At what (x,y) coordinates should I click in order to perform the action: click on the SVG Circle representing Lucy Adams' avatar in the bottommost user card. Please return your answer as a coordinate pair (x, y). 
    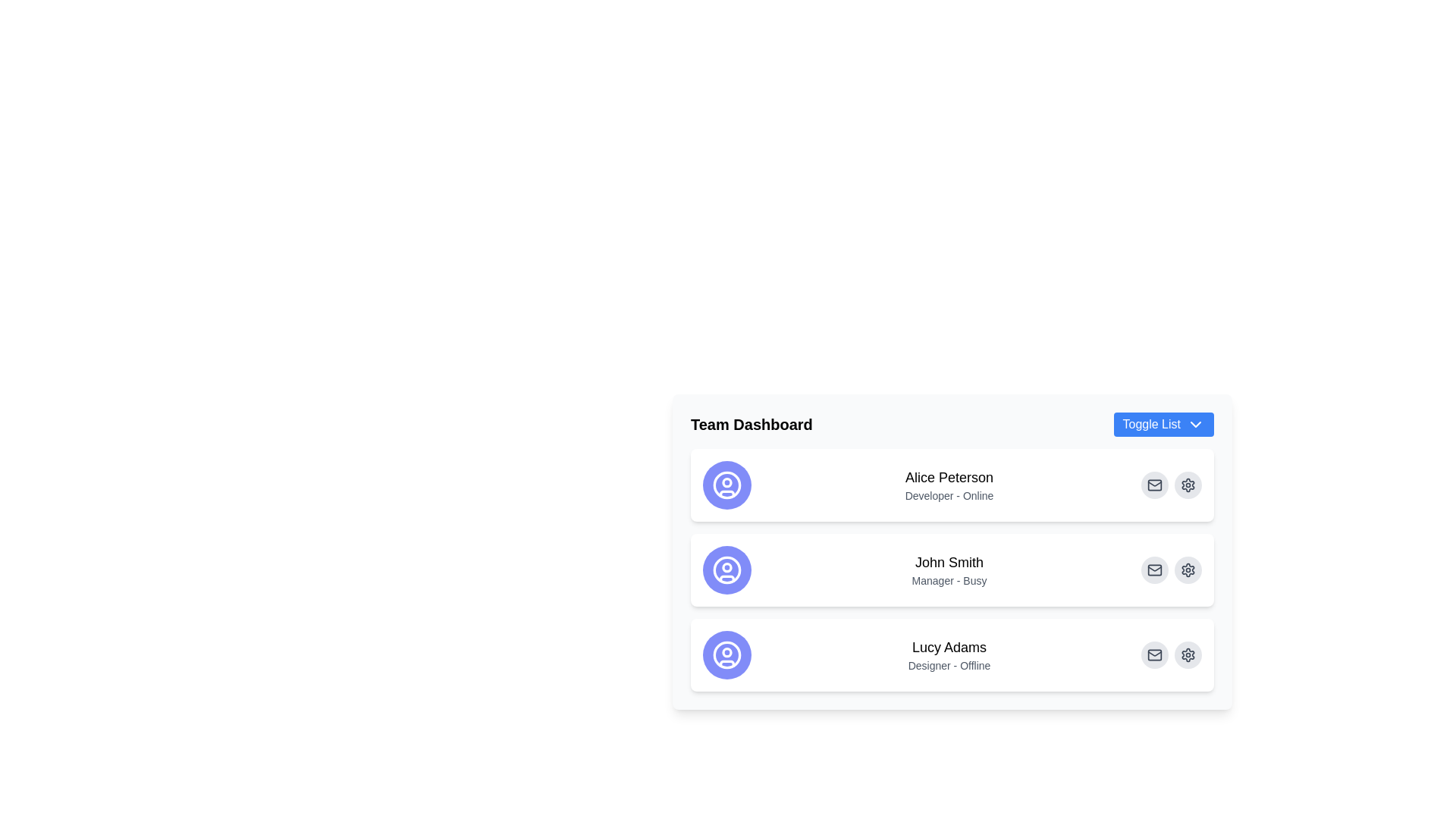
    Looking at the image, I should click on (726, 651).